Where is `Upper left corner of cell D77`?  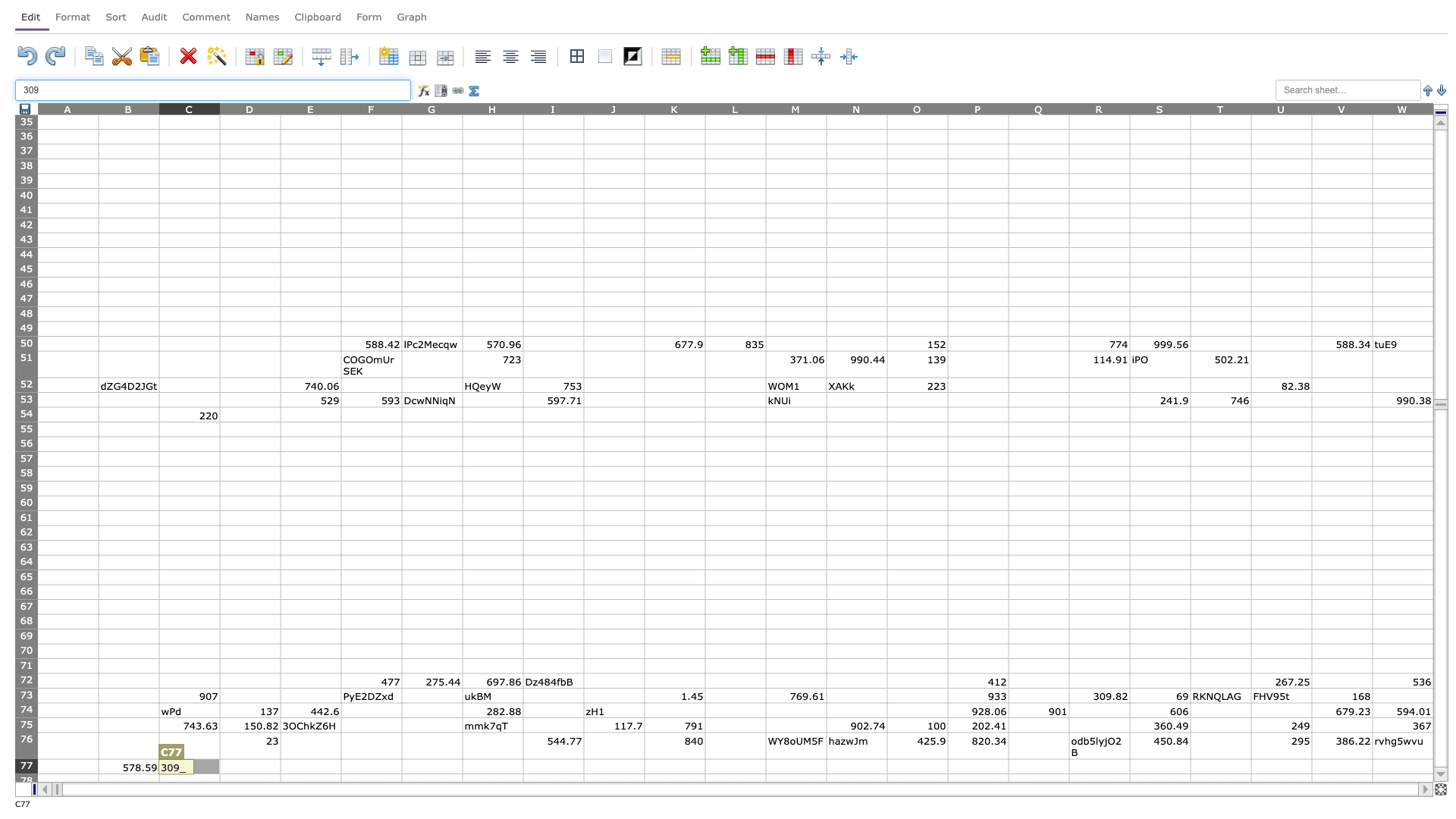 Upper left corner of cell D77 is located at coordinates (218, 759).